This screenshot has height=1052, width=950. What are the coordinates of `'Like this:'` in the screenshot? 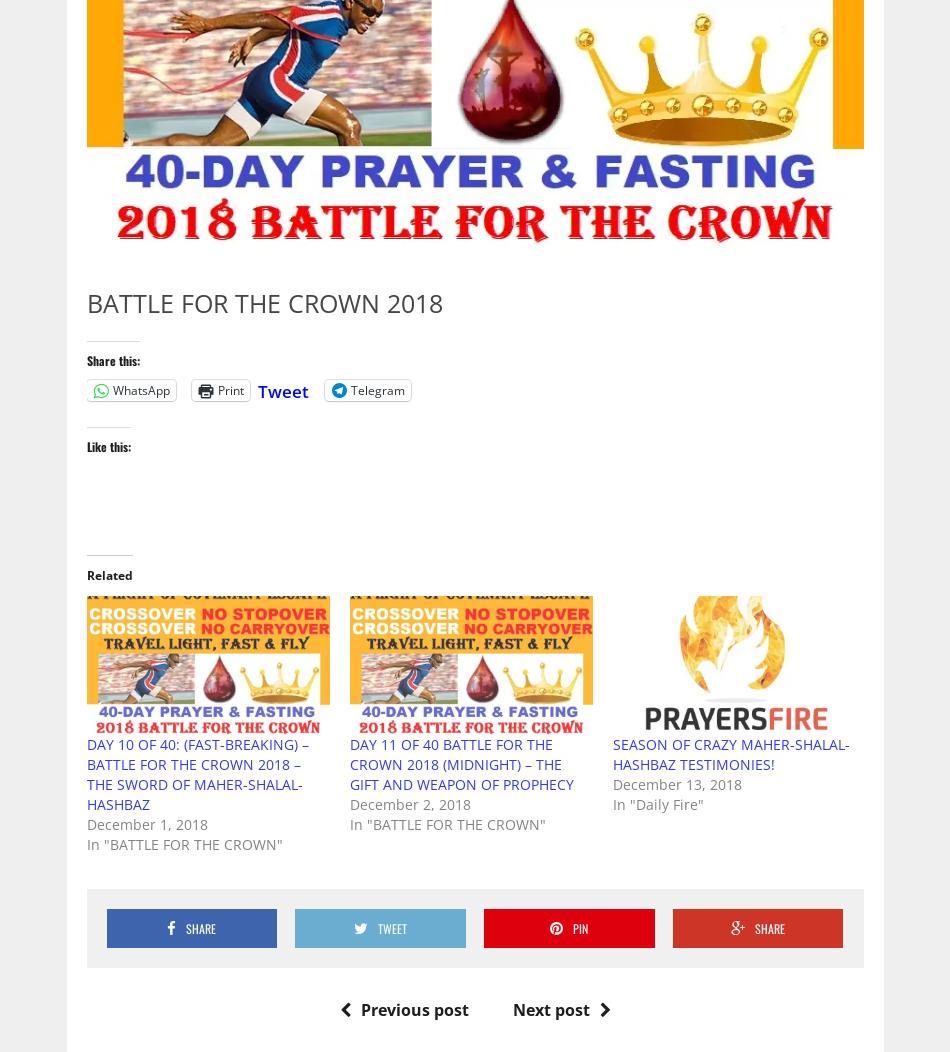 It's located at (108, 445).